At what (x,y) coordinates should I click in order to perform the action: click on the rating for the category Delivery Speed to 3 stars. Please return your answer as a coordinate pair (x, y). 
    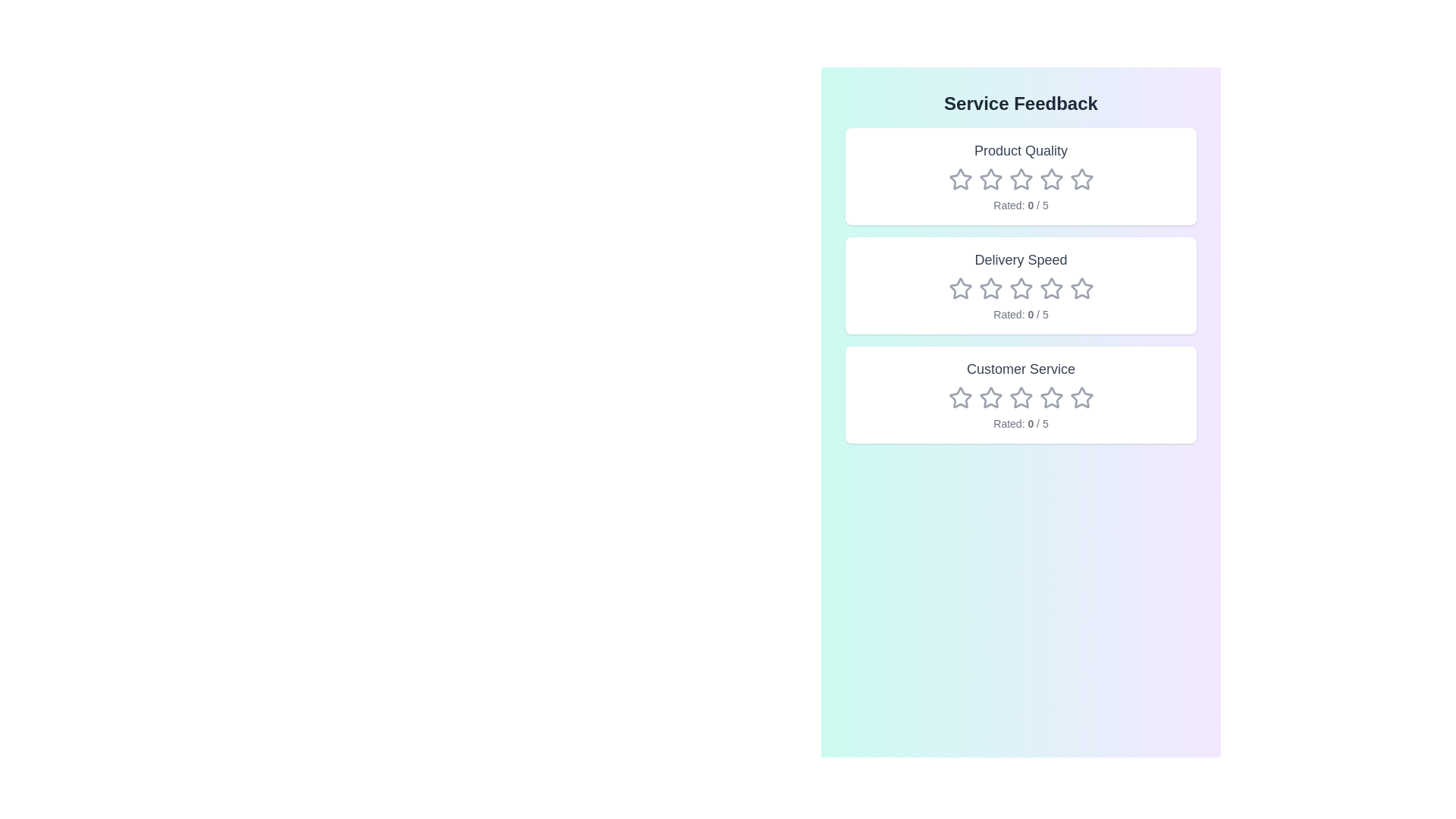
    Looking at the image, I should click on (1021, 289).